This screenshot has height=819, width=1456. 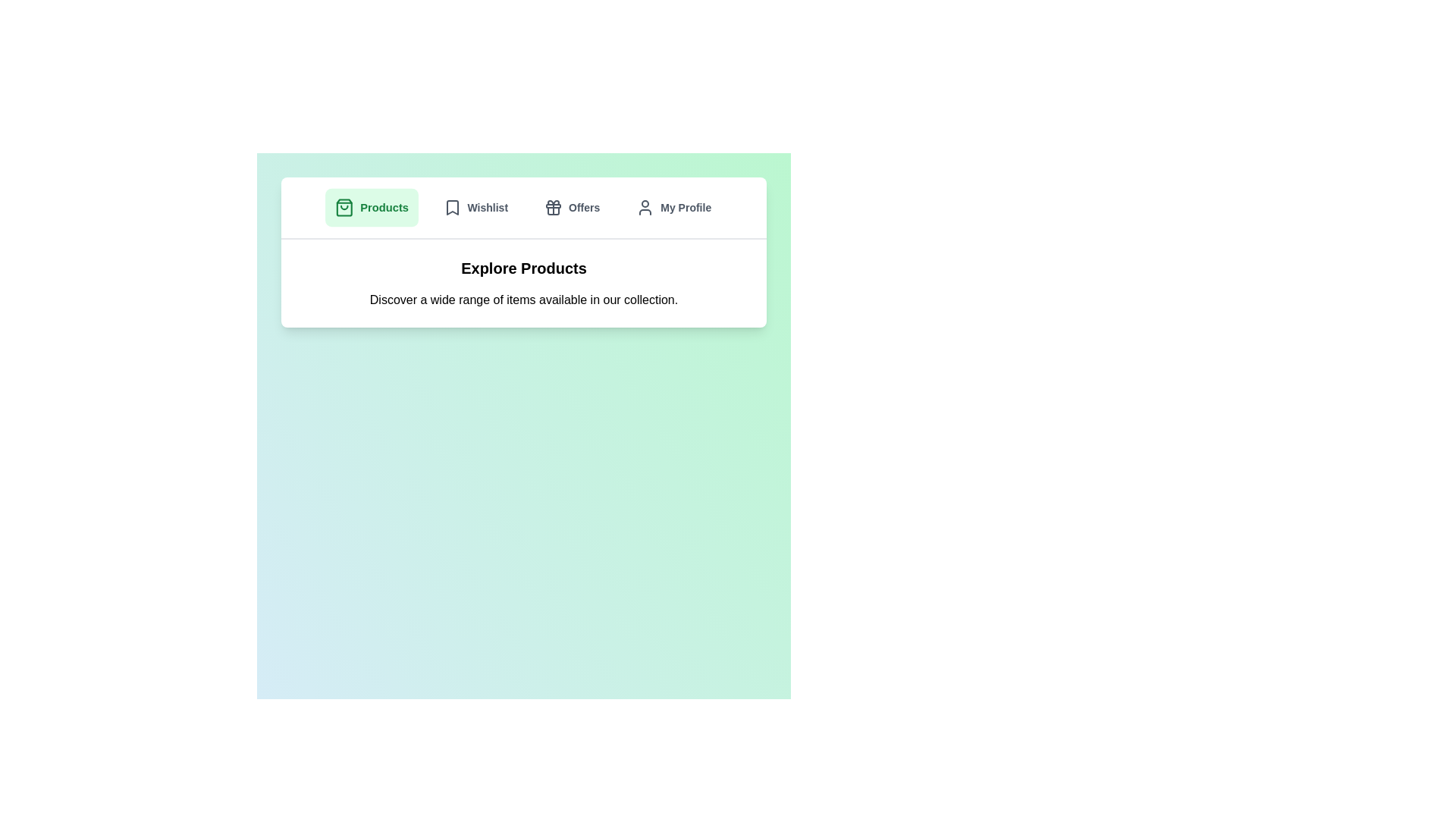 I want to click on the 'Products' icon located in the navigation bar, which visually represents the 'Products' section and is positioned to the left of the text label 'Products', so click(x=344, y=207).